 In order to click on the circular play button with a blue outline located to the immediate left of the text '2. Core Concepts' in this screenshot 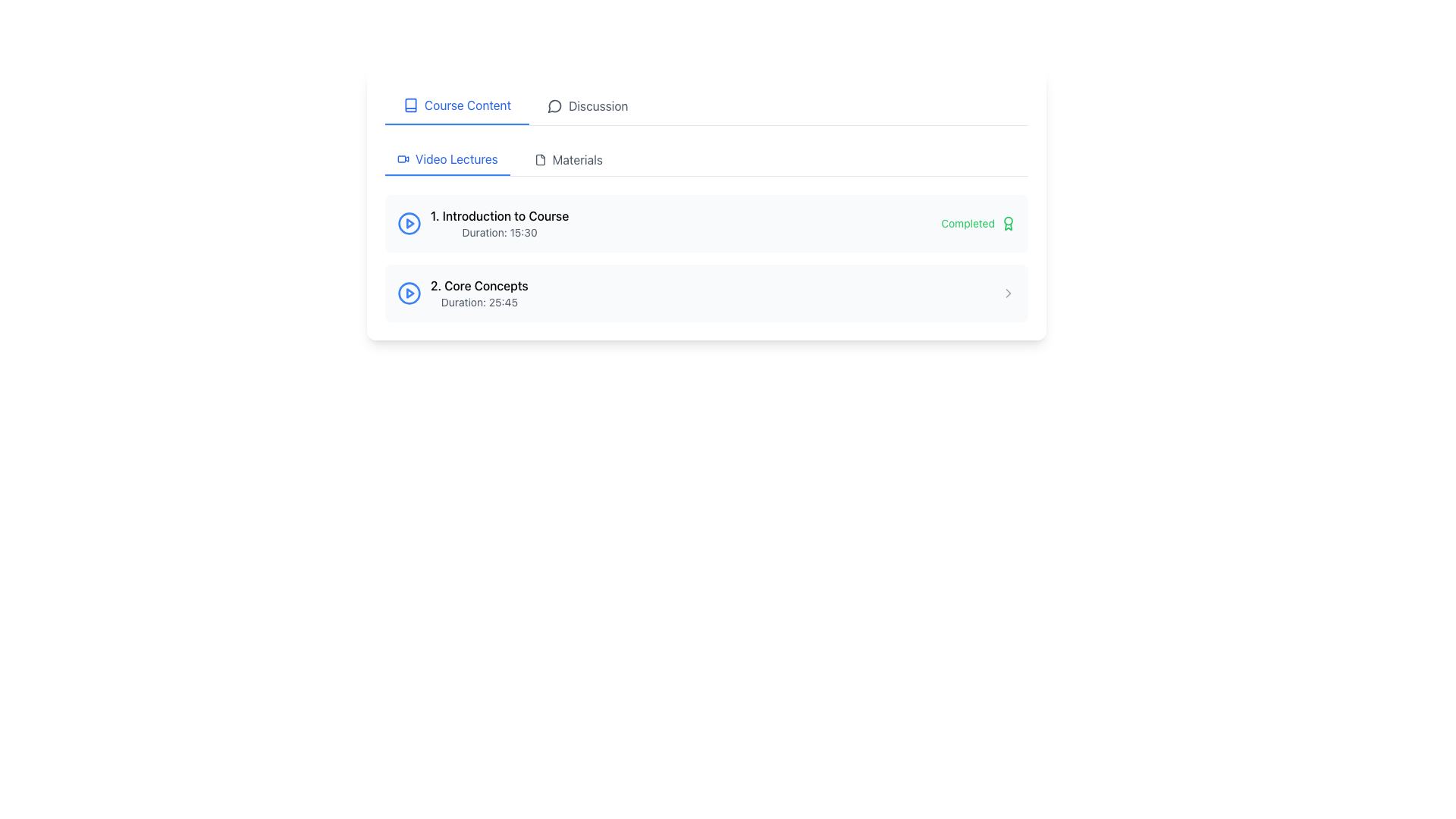, I will do `click(409, 293)`.